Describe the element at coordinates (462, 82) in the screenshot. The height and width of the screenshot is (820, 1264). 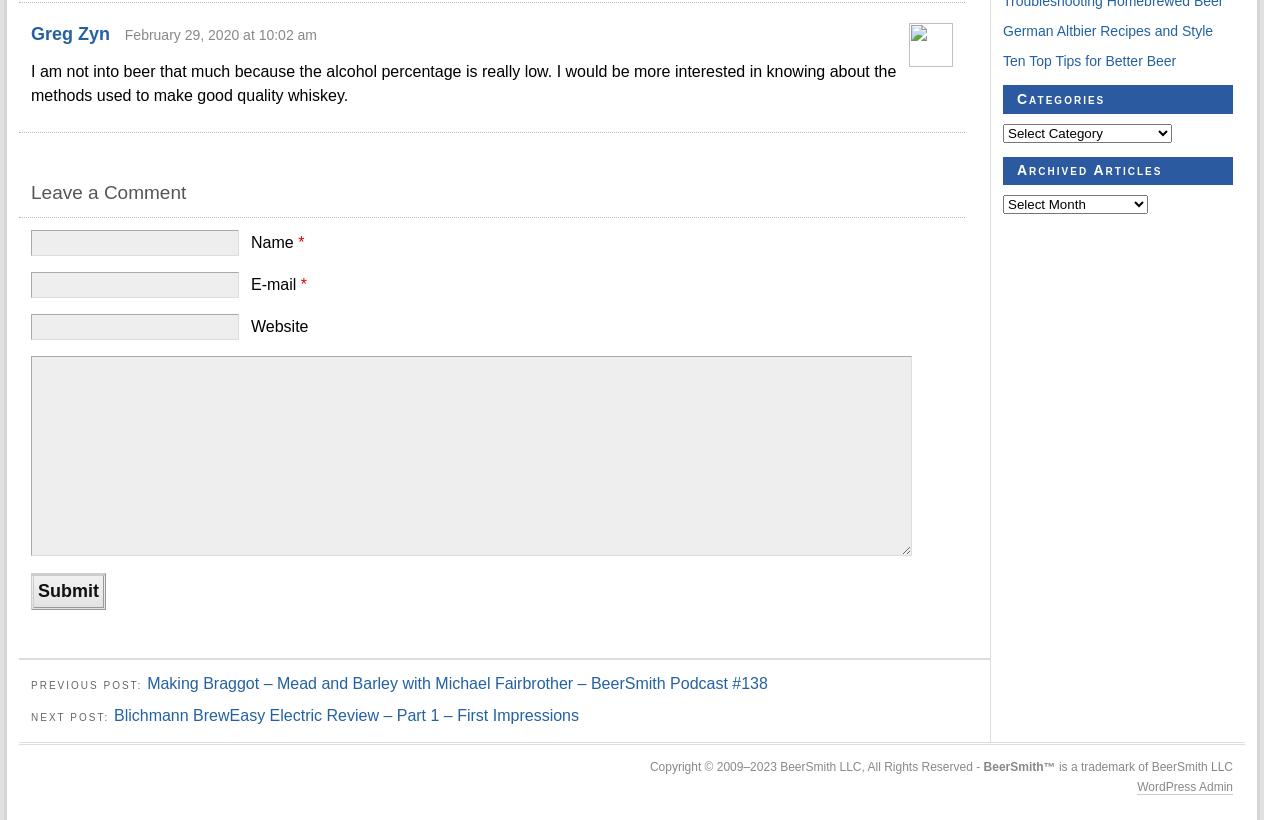
I see `'I am not into beer that much because the alcohol percentage is really low. I would be more interested in knowing about the methods used to make good quality whiskey.'` at that location.